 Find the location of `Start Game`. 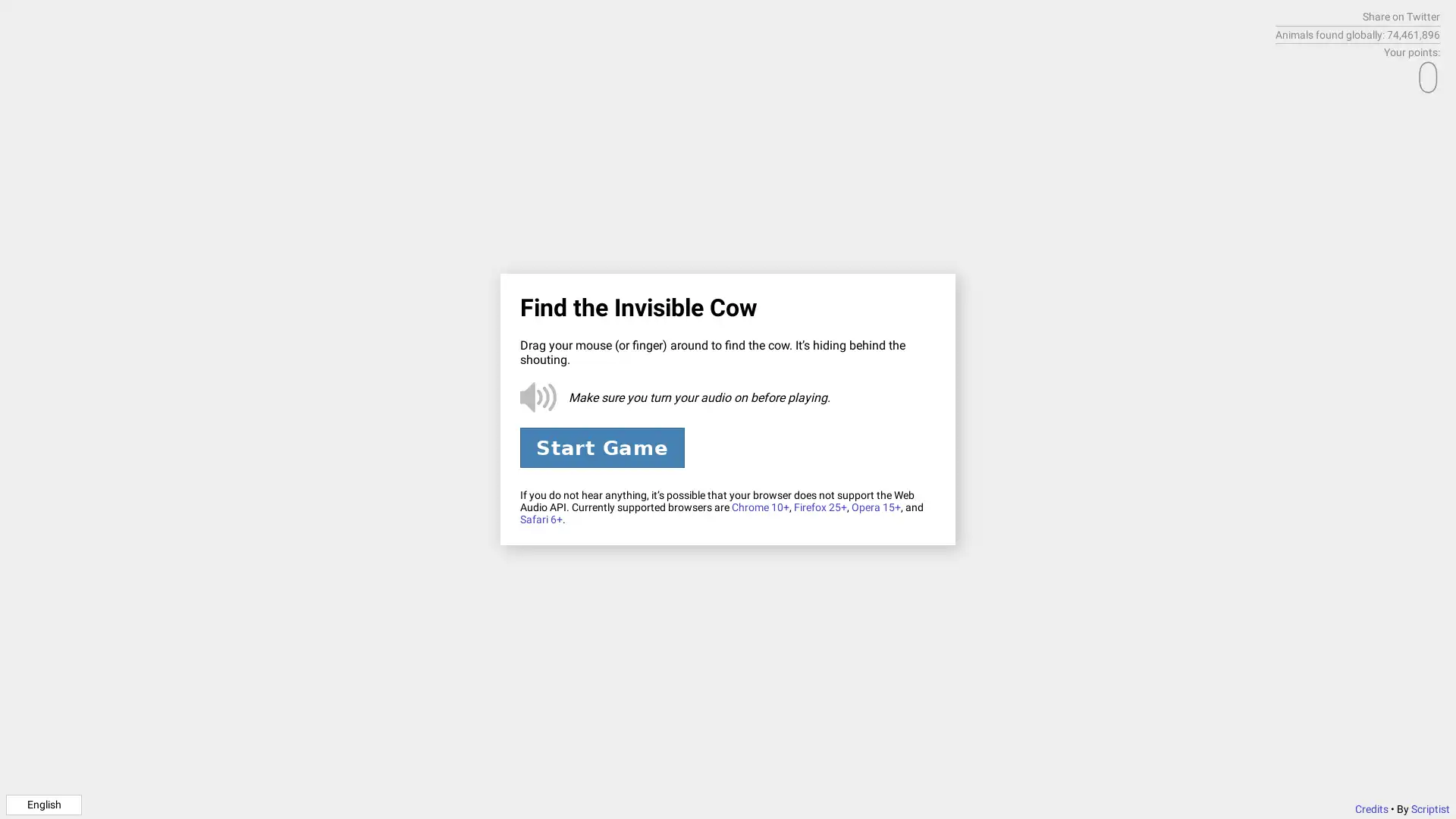

Start Game is located at coordinates (601, 447).